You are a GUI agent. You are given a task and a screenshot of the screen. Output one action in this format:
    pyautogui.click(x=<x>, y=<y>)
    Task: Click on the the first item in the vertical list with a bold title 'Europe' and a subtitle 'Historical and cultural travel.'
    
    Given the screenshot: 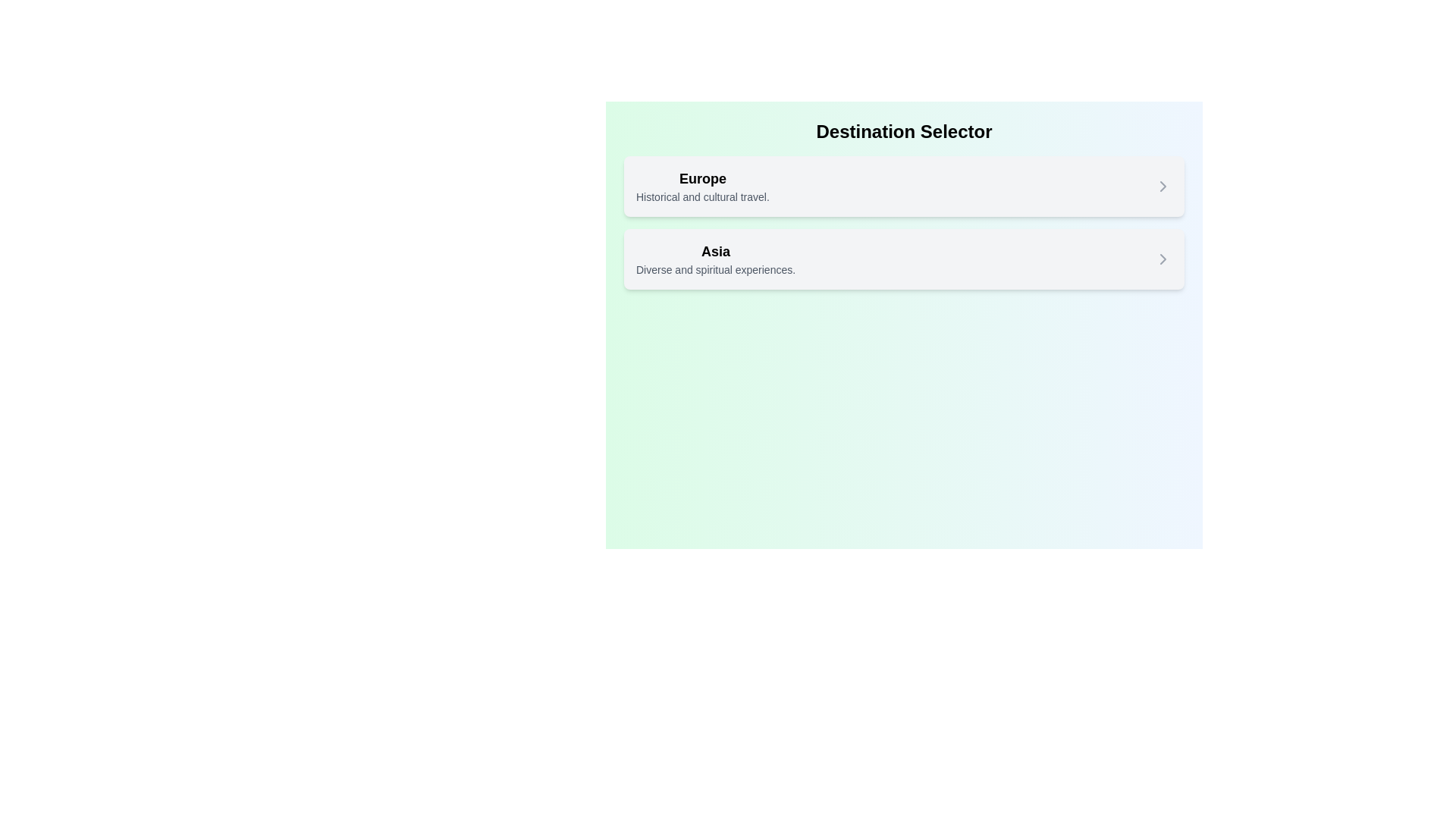 What is the action you would take?
    pyautogui.click(x=904, y=186)
    